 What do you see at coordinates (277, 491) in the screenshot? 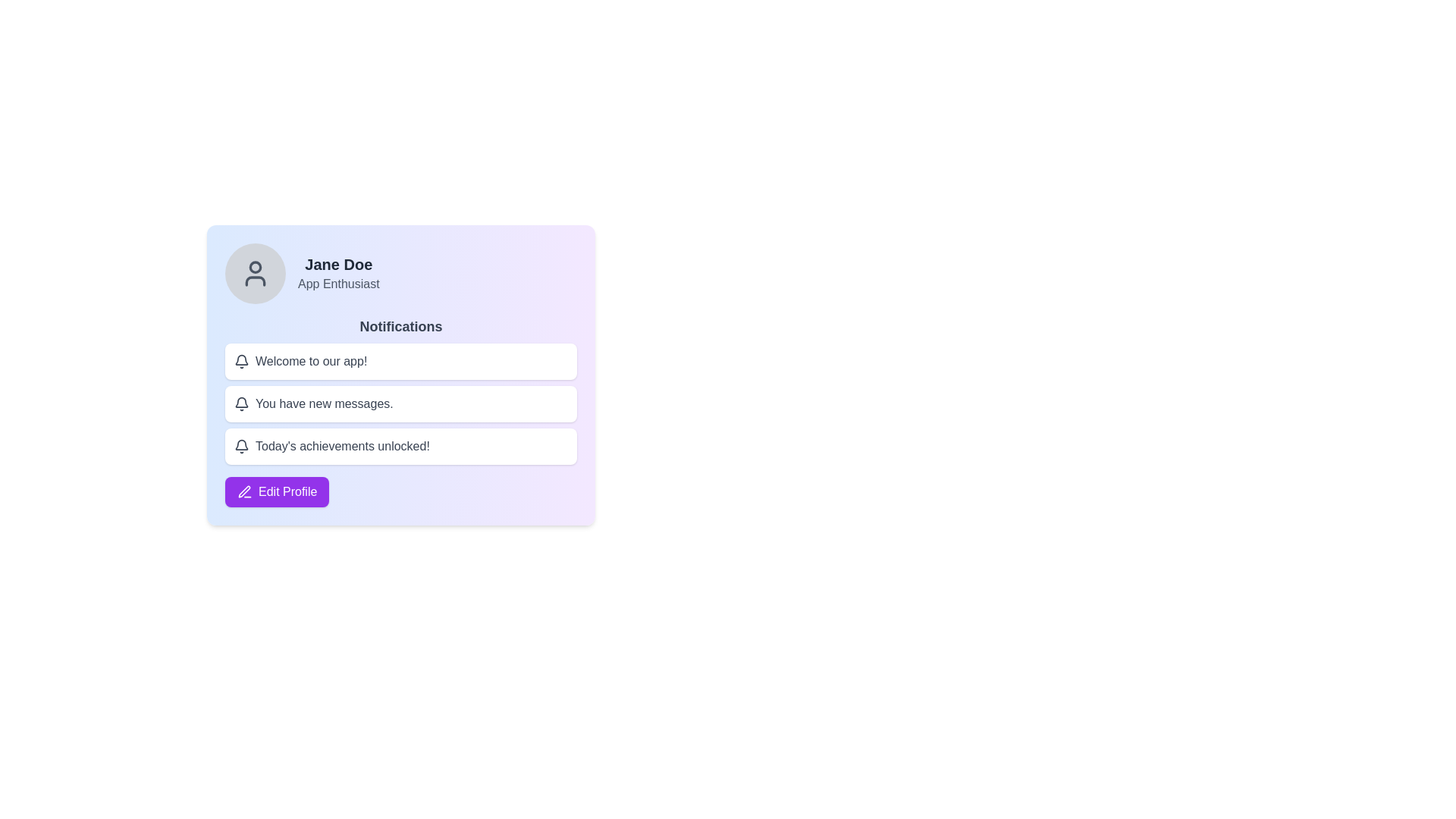
I see `the profile edit button located at the bottom of the notification card` at bounding box center [277, 491].